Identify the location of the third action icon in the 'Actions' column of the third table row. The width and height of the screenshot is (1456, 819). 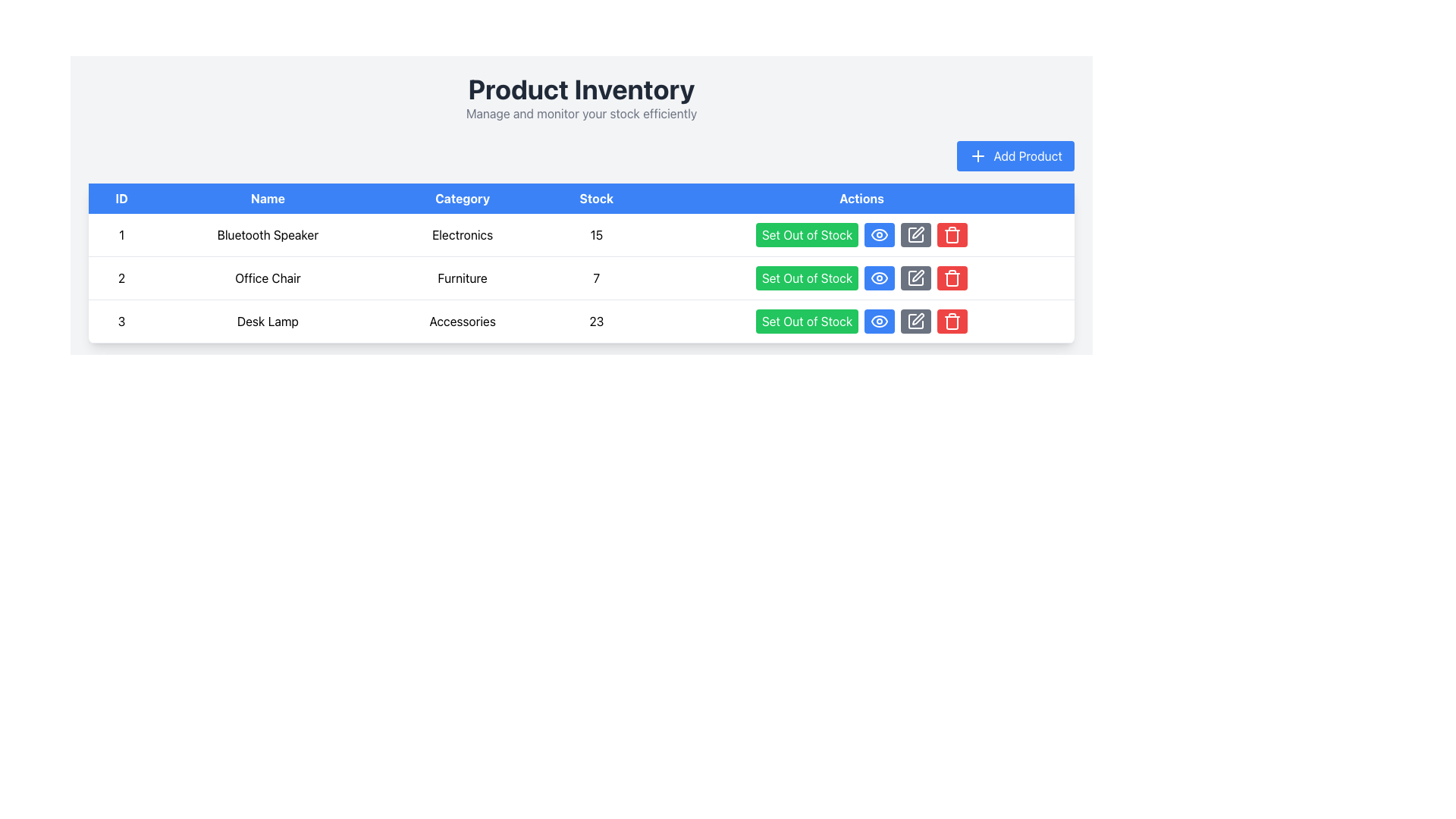
(915, 321).